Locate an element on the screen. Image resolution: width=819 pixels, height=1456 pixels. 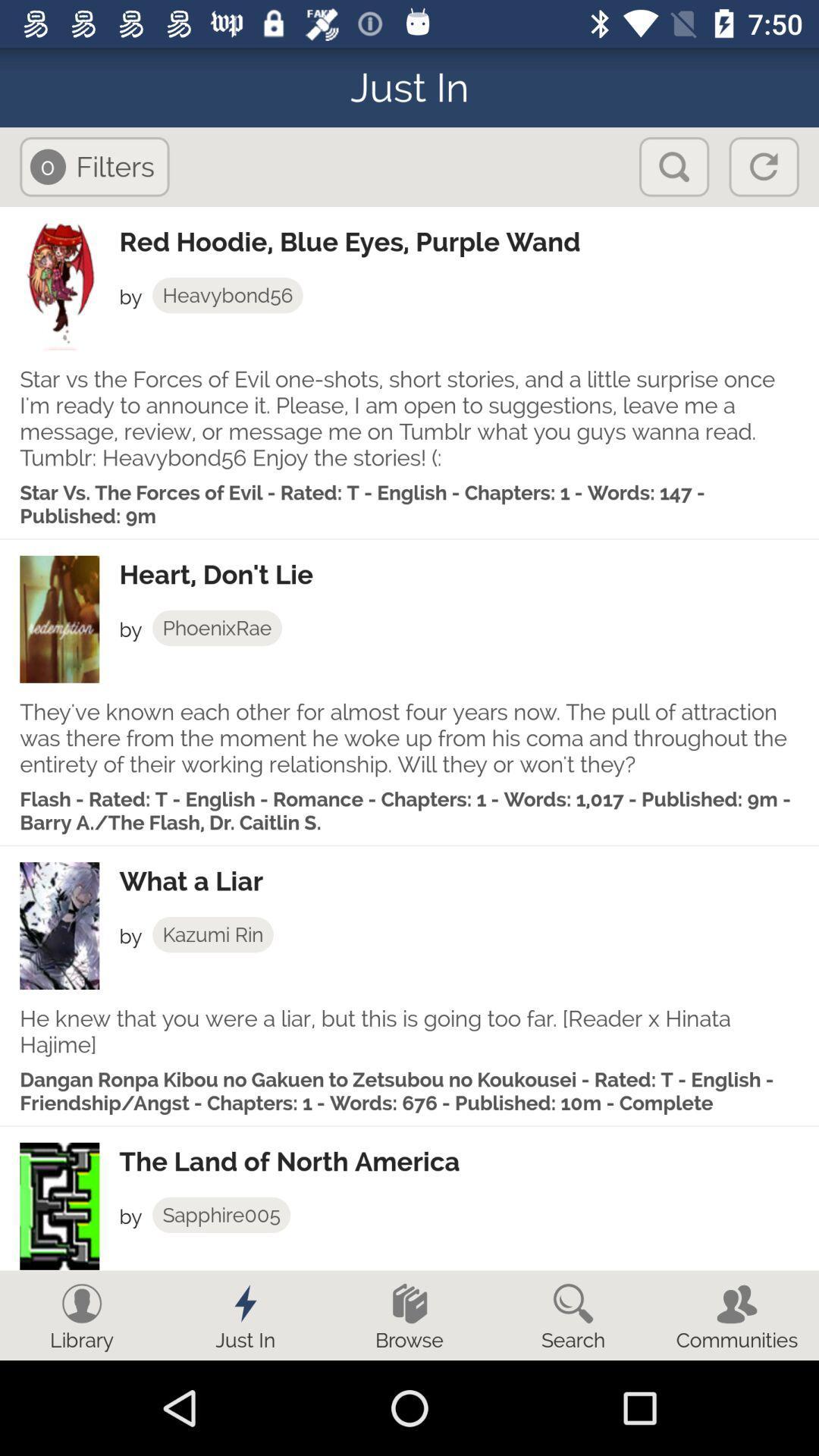
the icon above they ve known is located at coordinates (217, 628).